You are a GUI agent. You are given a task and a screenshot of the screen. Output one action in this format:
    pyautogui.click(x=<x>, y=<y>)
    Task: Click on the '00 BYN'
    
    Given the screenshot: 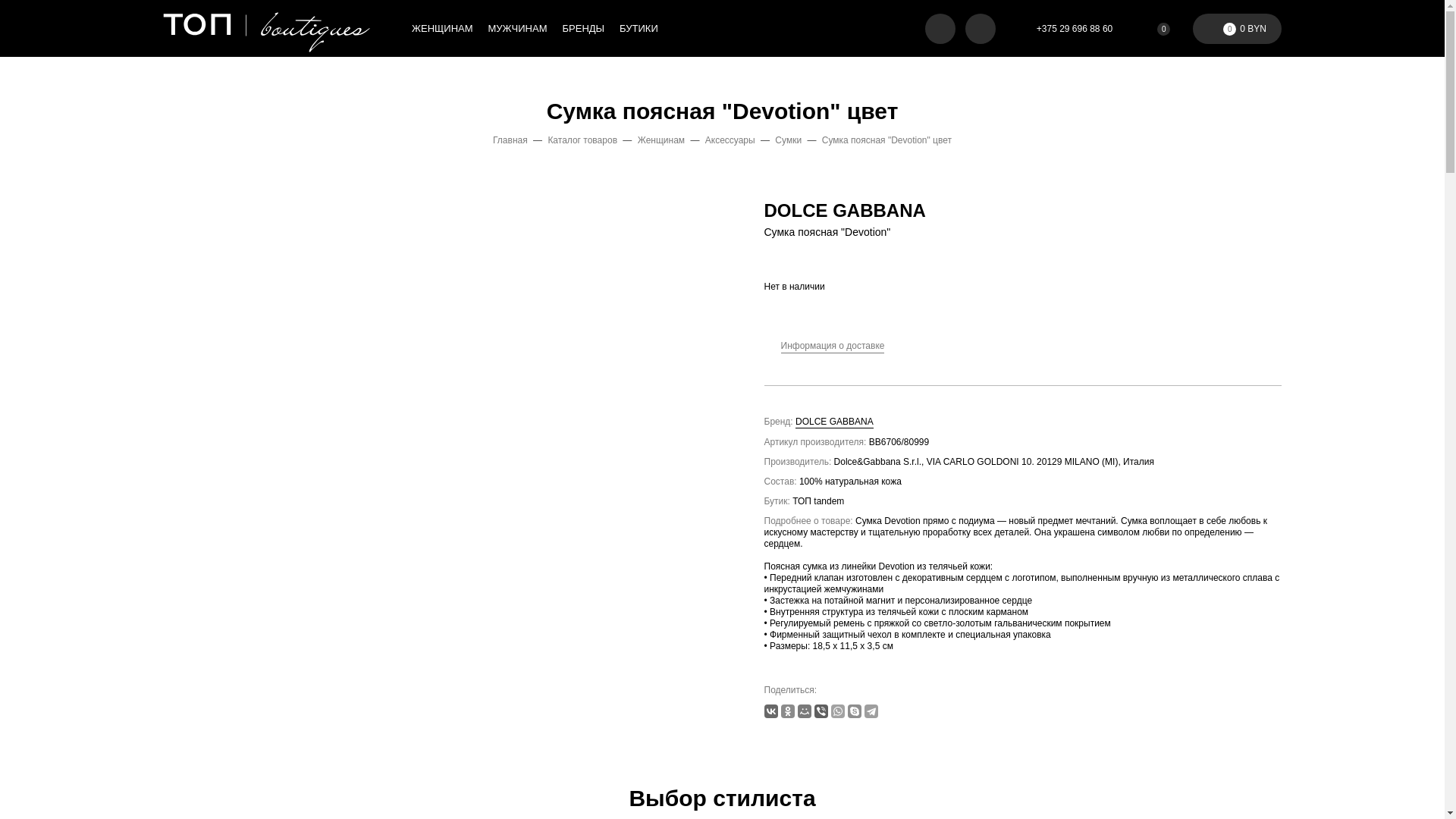 What is the action you would take?
    pyautogui.click(x=1237, y=29)
    